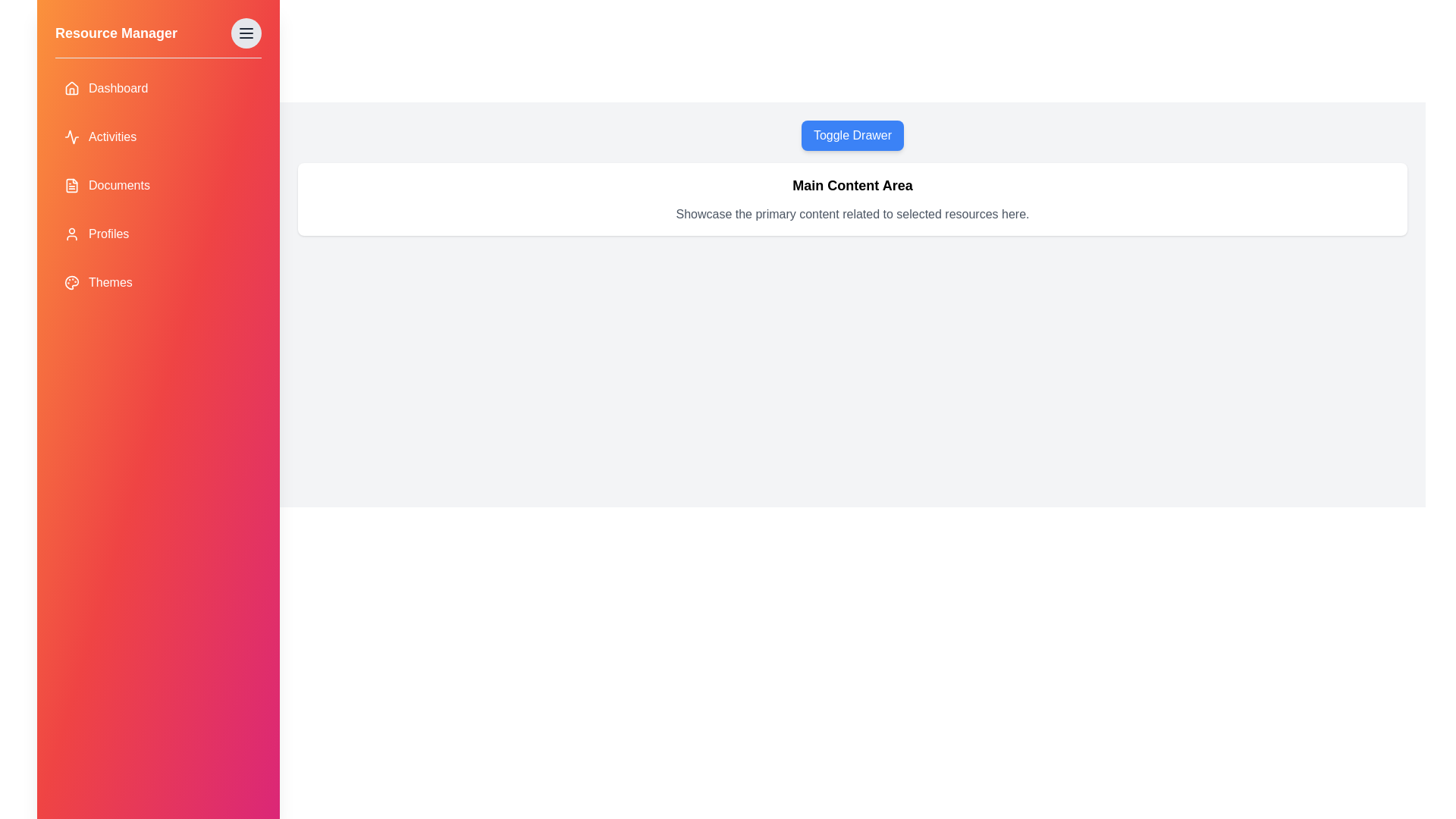 This screenshot has height=819, width=1456. I want to click on the Documents item in the drawer to navigate to that section, so click(158, 185).